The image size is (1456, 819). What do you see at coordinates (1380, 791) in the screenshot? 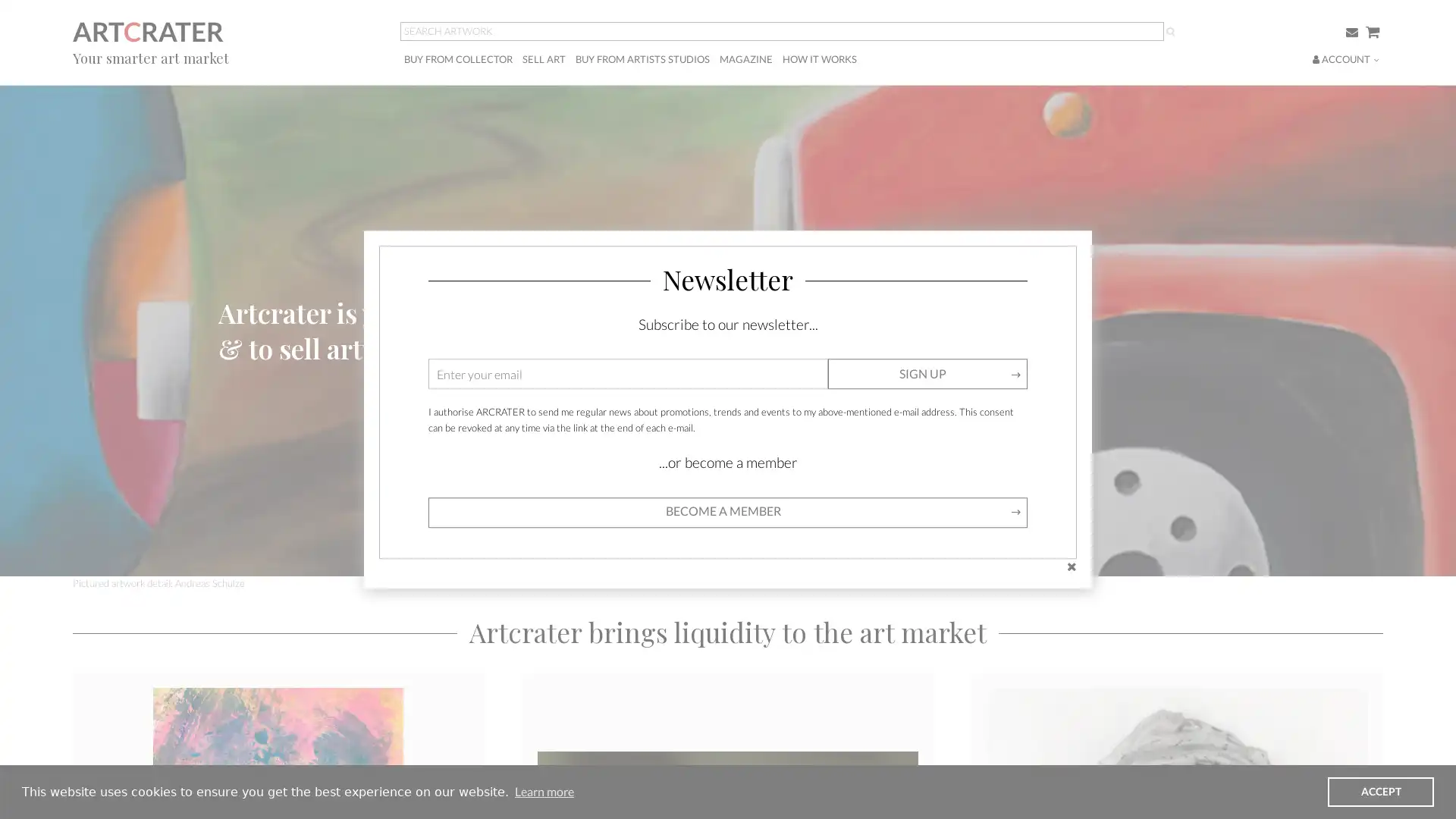
I see `dismiss cookie message` at bounding box center [1380, 791].